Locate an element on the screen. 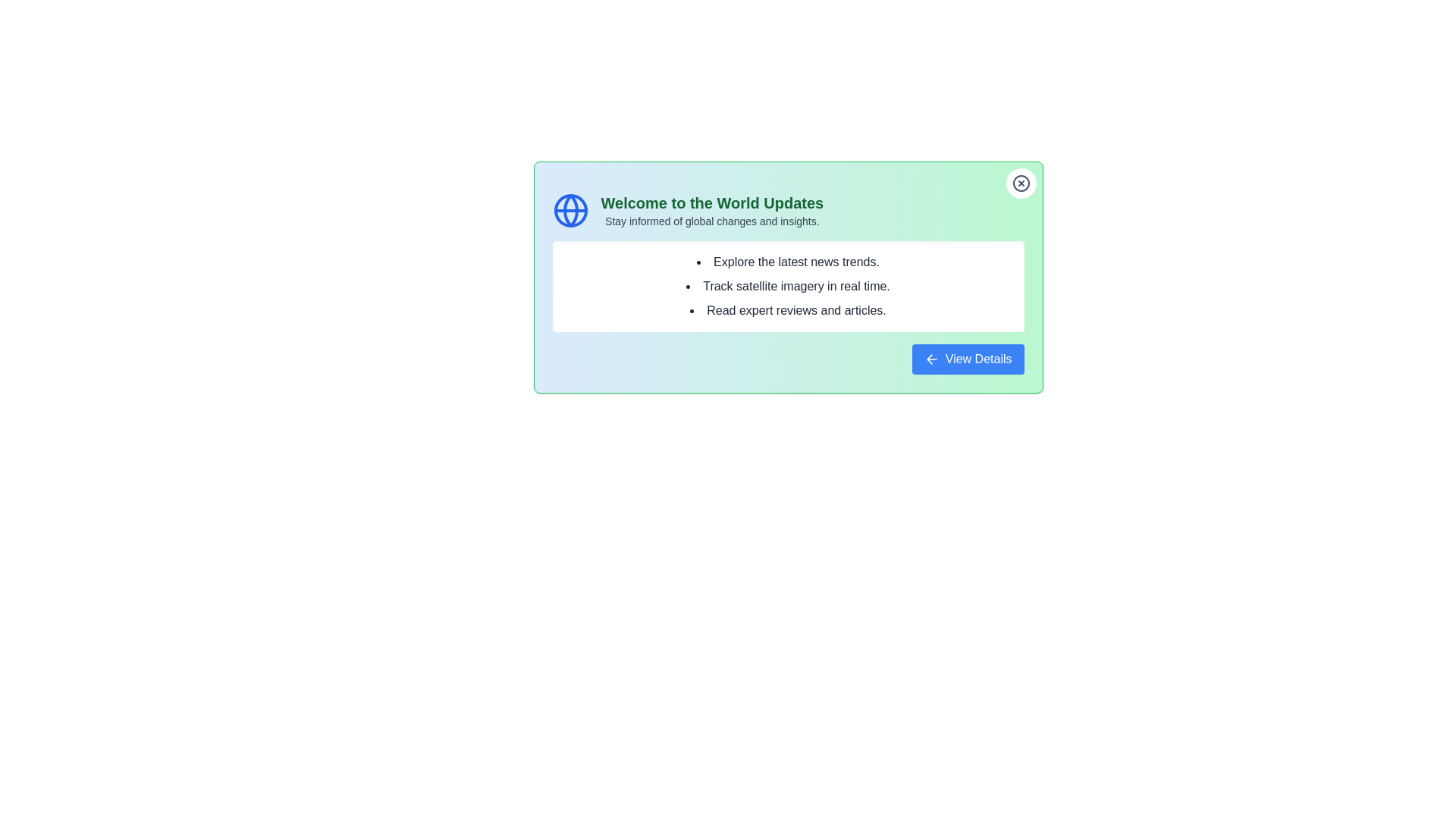 This screenshot has height=819, width=1456. the 'View Details' button to navigate to the updates section is located at coordinates (967, 359).